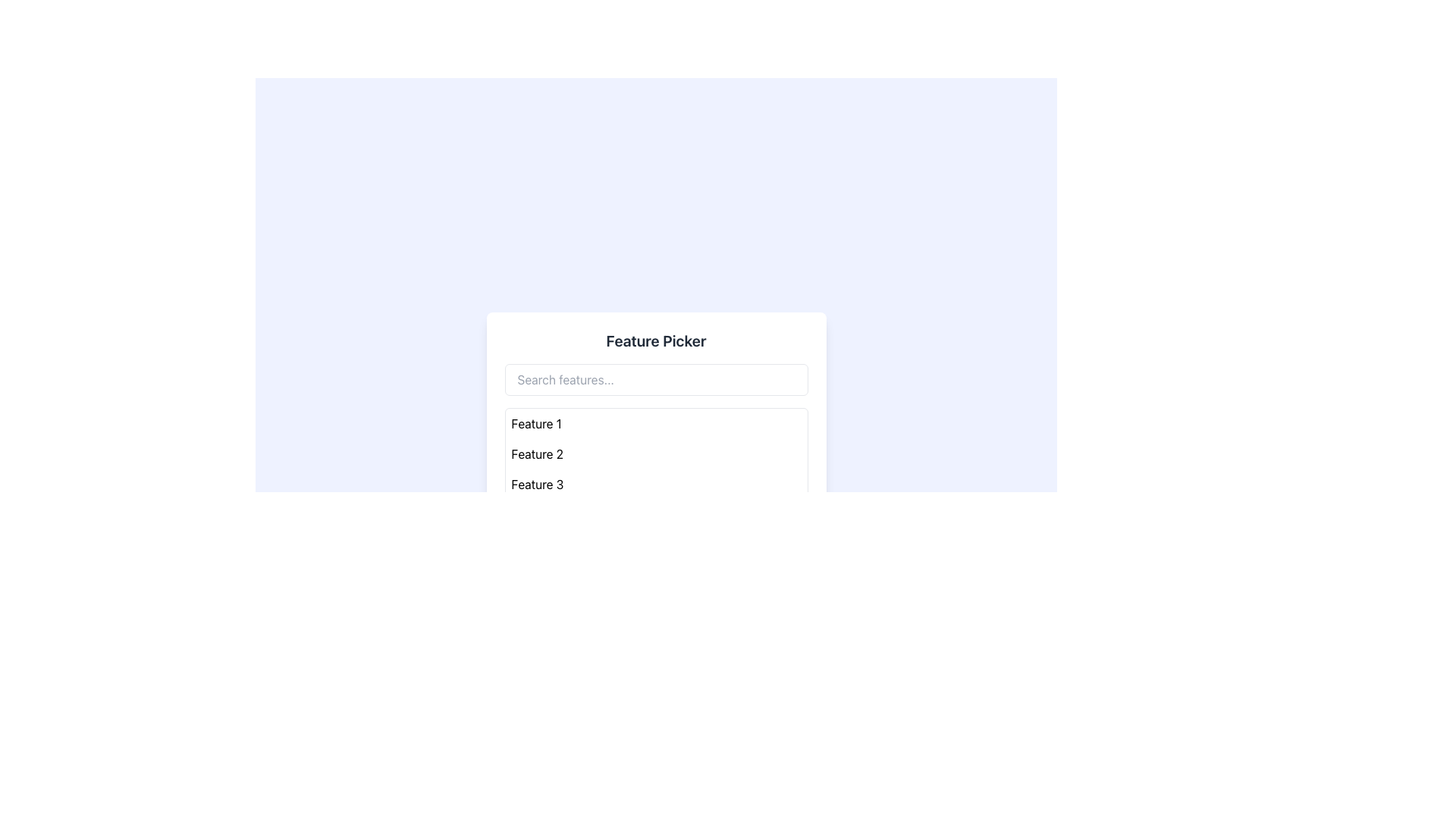  I want to click on the second list item labeled 'Feature 2' in the Feature Picker, so click(656, 453).